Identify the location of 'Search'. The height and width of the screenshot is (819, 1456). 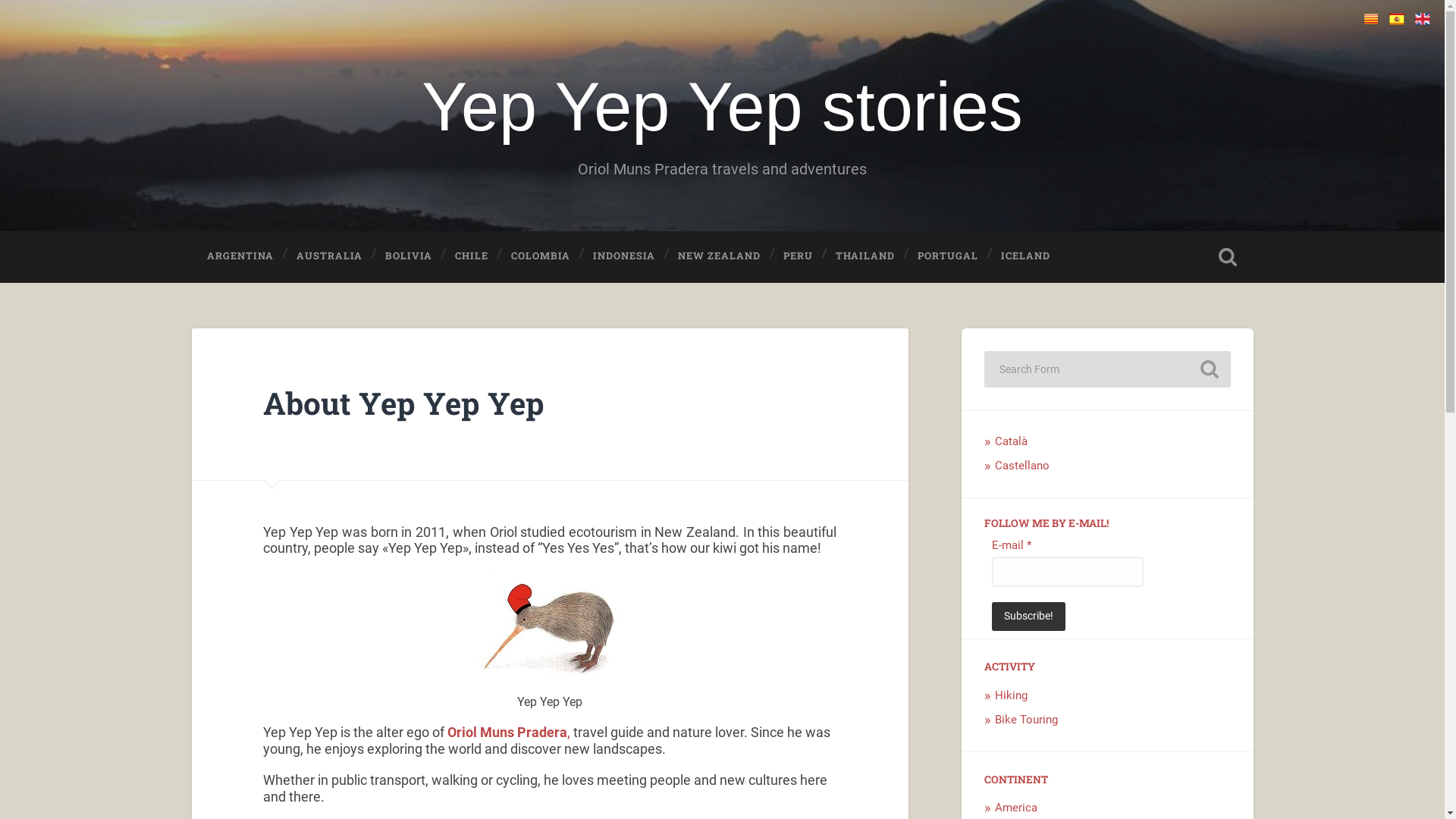
(1207, 369).